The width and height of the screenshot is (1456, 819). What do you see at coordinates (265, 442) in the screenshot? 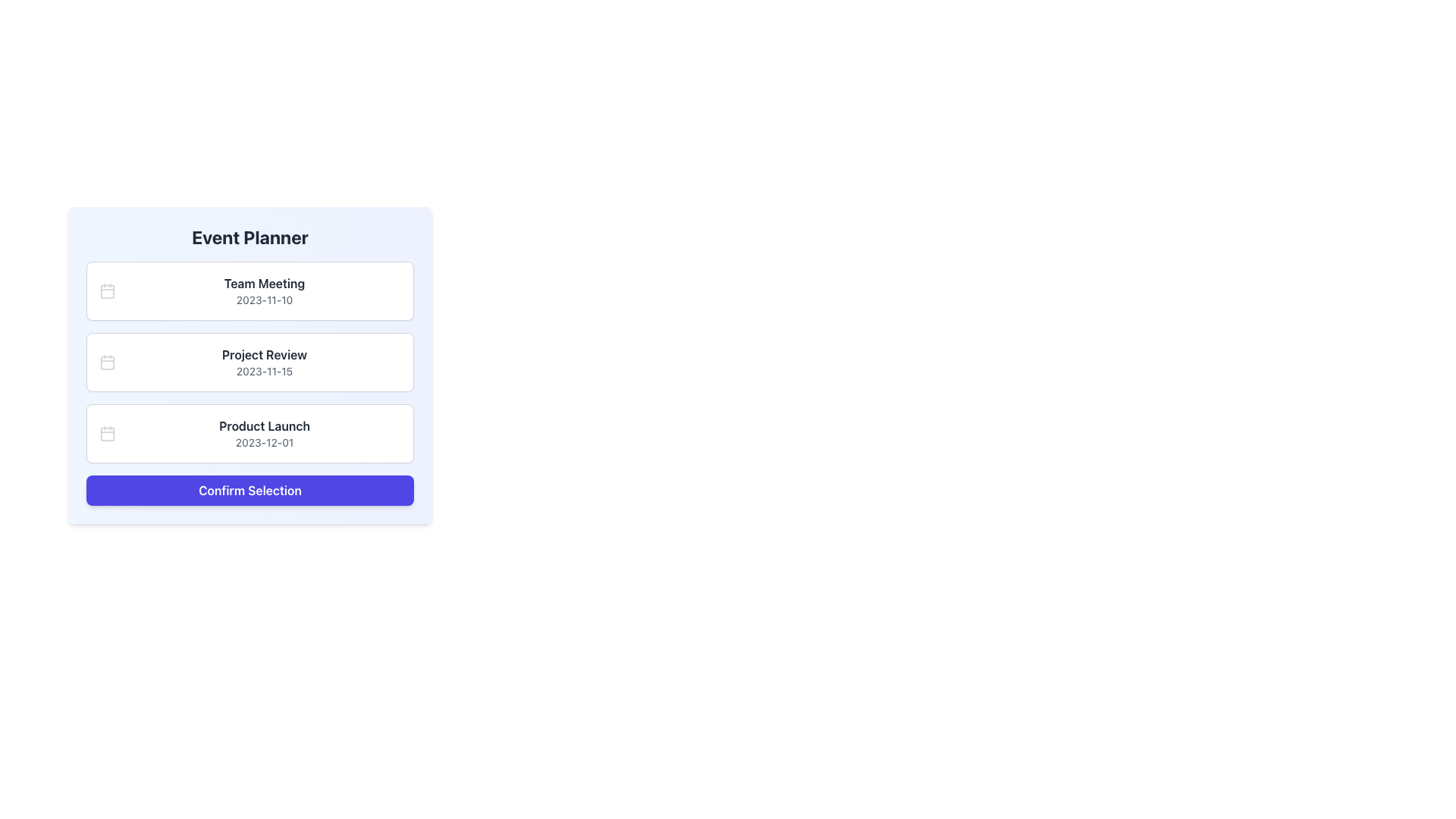
I see `the Text label that displays the date for the 'Product Launch' event, which is positioned directly under the 'Product Launch' title in the event planner interface` at bounding box center [265, 442].